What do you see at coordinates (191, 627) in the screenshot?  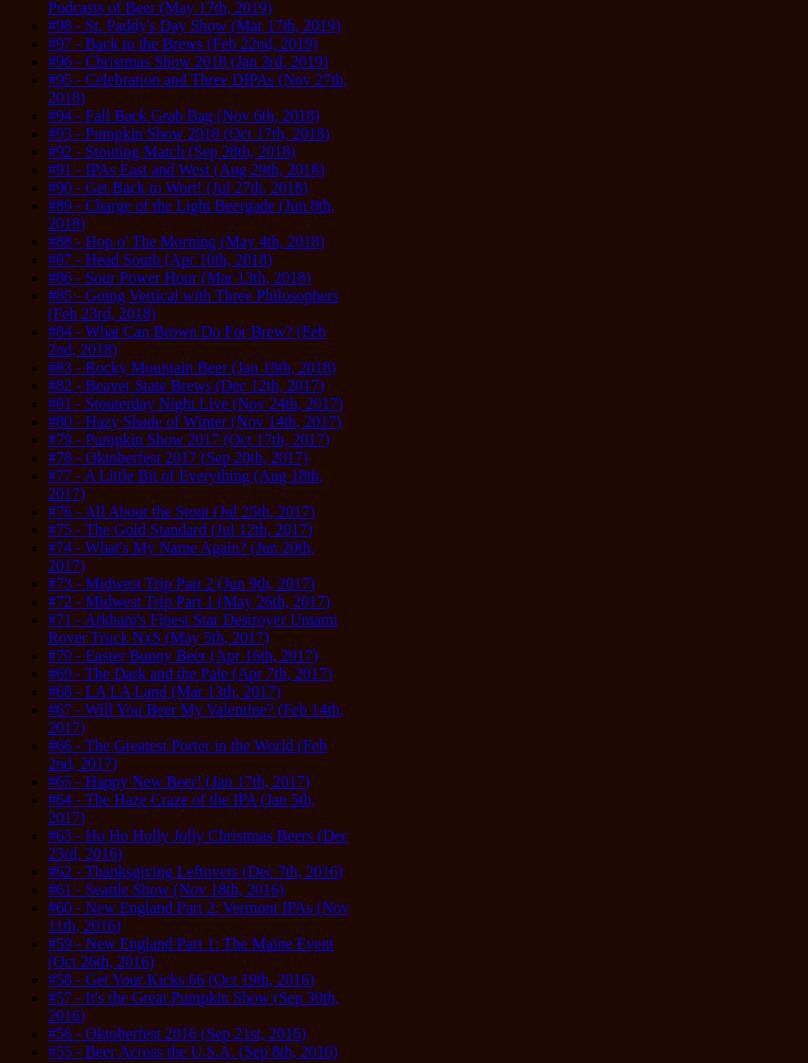 I see `'#71 - Arkham's Finest Star Destroyer Umami Rover Truck NxS (May 5th, 2017)'` at bounding box center [191, 627].